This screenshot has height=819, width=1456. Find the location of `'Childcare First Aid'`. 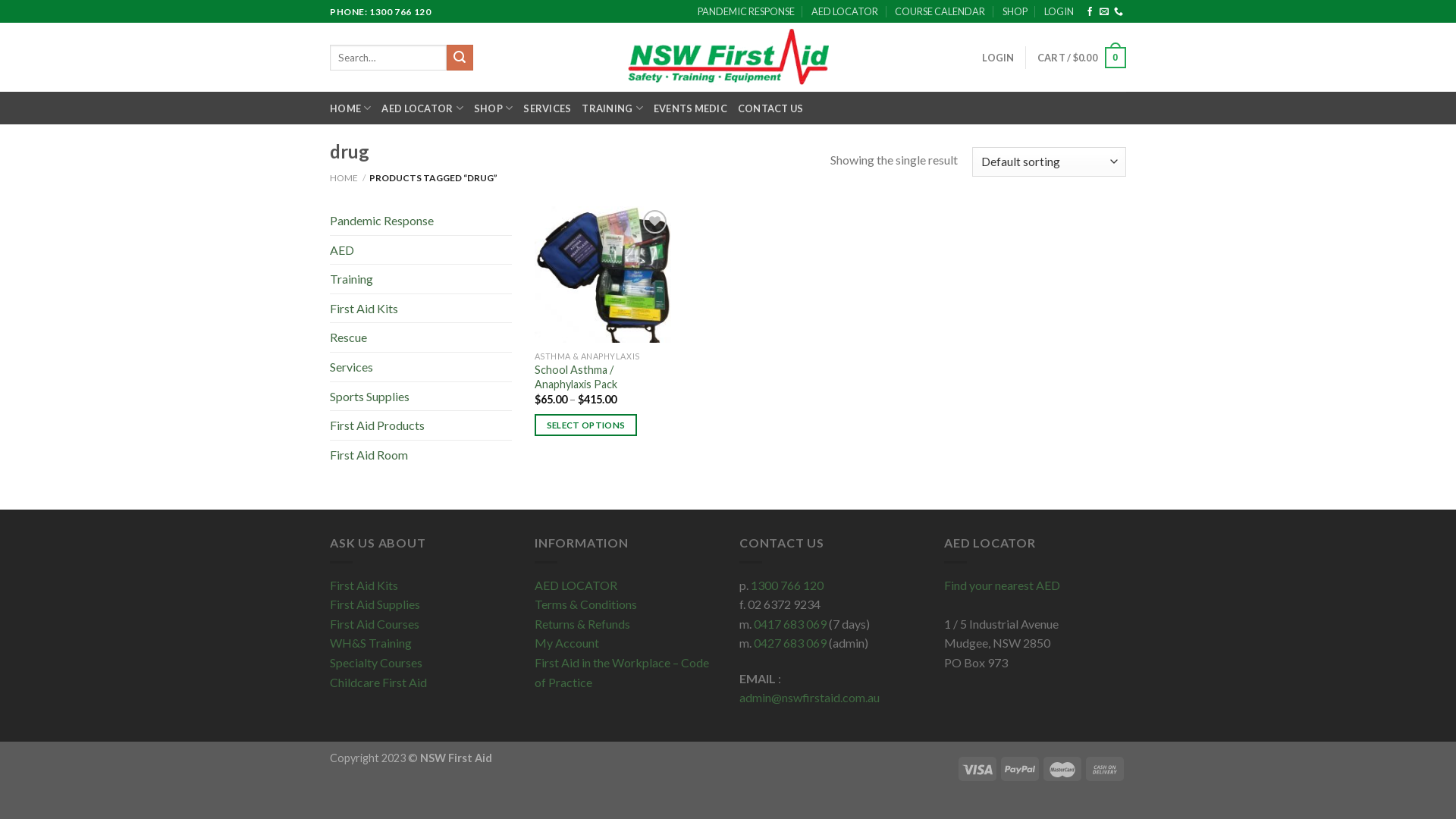

'Childcare First Aid' is located at coordinates (329, 681).